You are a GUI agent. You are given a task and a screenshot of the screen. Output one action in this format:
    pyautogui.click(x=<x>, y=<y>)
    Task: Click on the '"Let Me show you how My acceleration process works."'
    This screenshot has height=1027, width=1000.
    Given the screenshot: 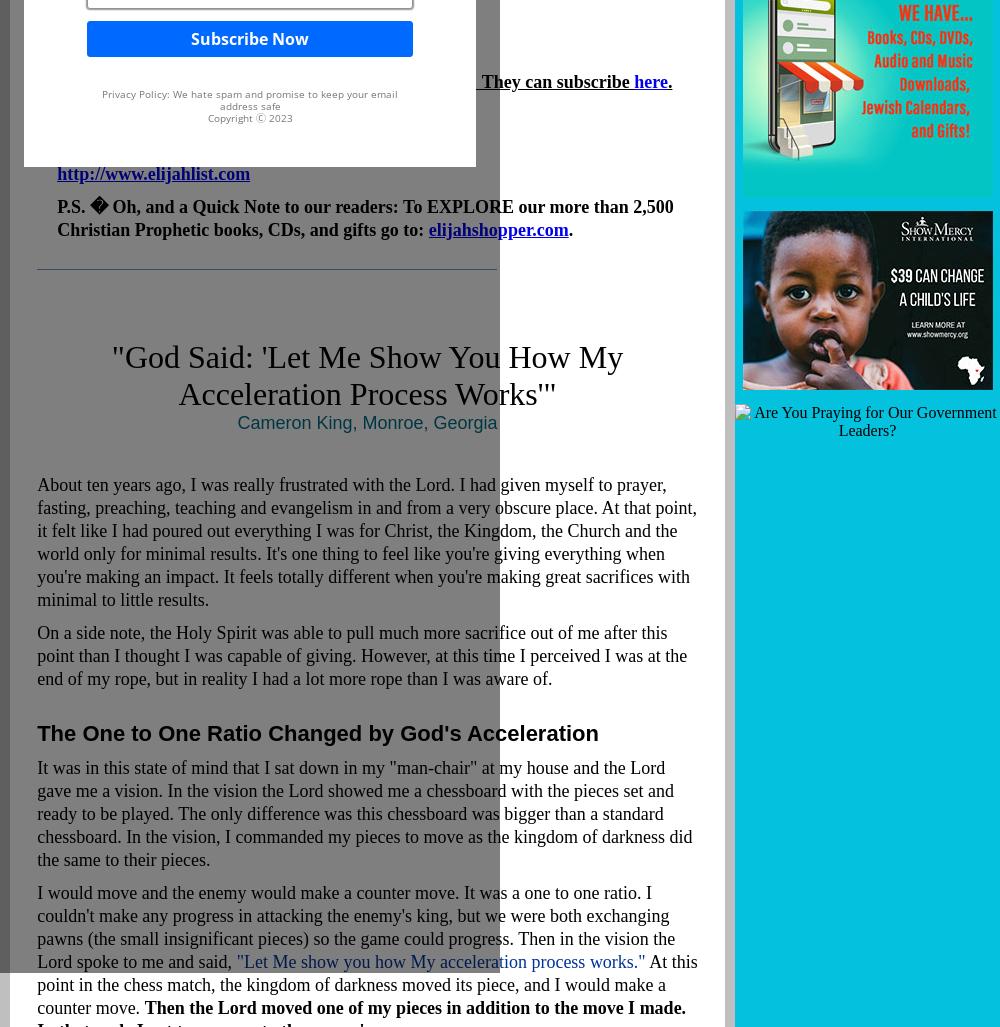 What is the action you would take?
    pyautogui.click(x=439, y=961)
    